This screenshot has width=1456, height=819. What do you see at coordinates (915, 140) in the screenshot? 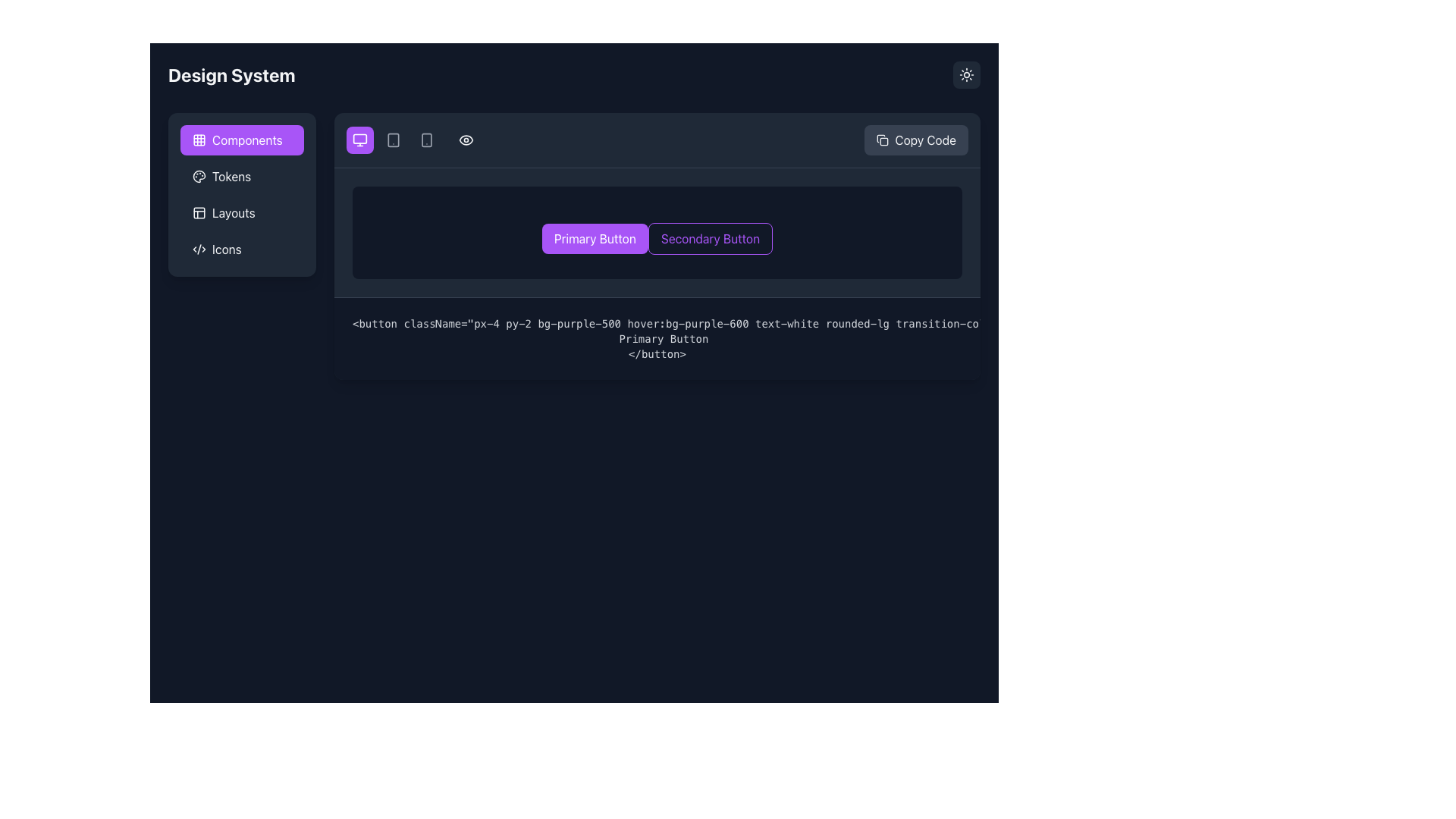
I see `the 'Copy Code' button located in the upper-right corner of the panel` at bounding box center [915, 140].